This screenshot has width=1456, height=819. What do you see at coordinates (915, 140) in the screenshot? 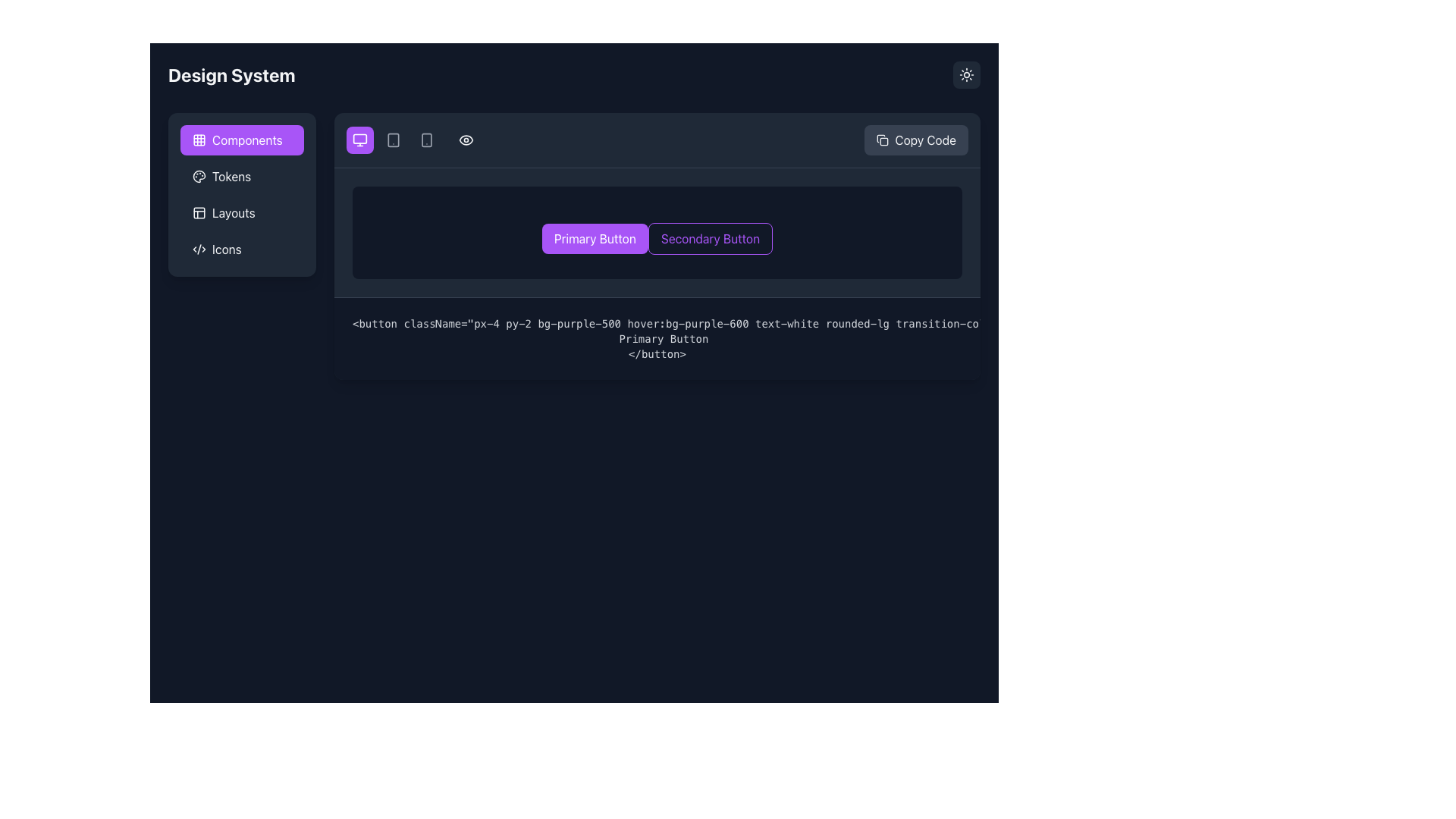
I see `the 'Copy Code' button located in the upper-right corner of the panel` at bounding box center [915, 140].